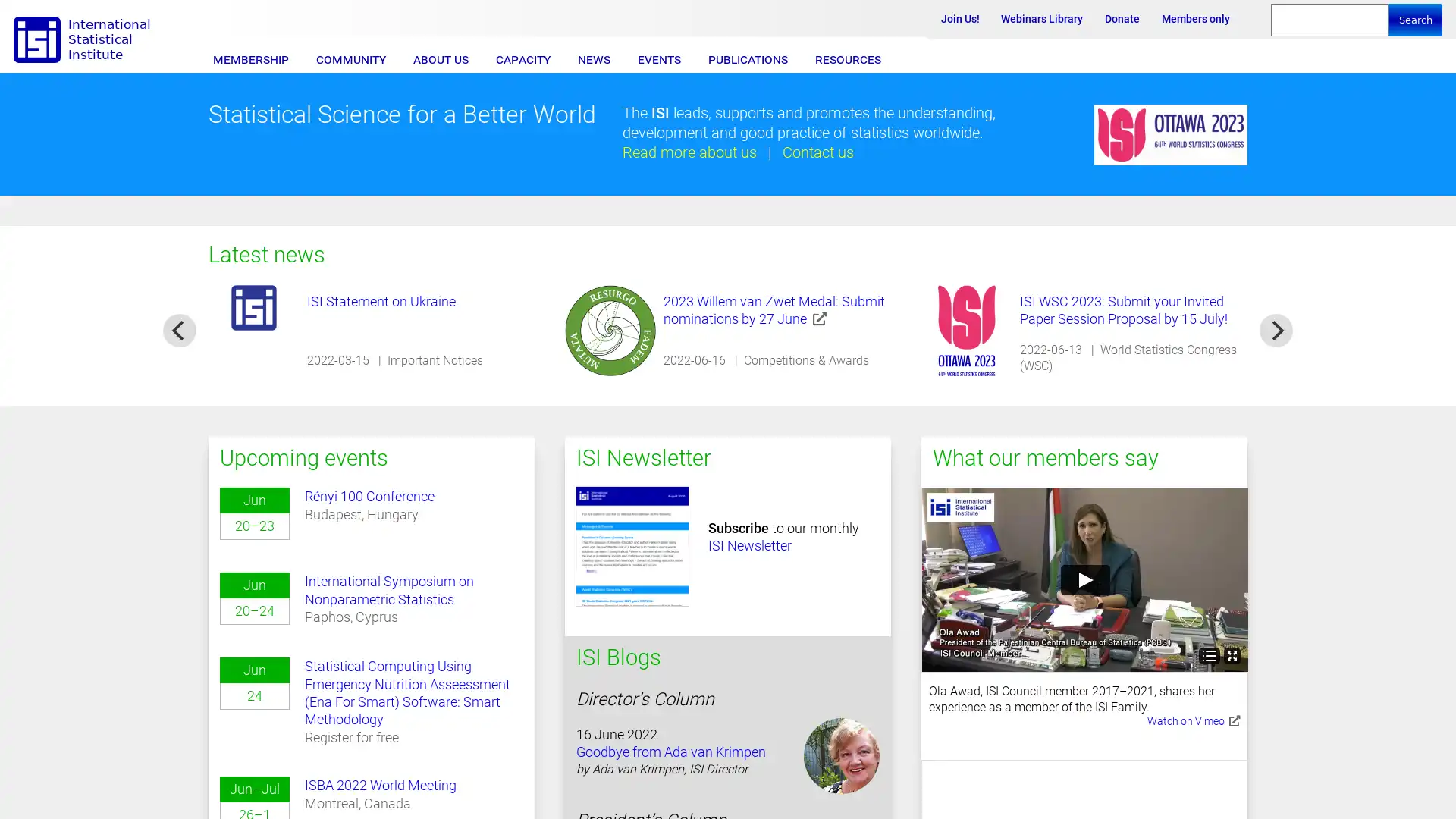 The image size is (1456, 819). I want to click on previous, so click(179, 329).